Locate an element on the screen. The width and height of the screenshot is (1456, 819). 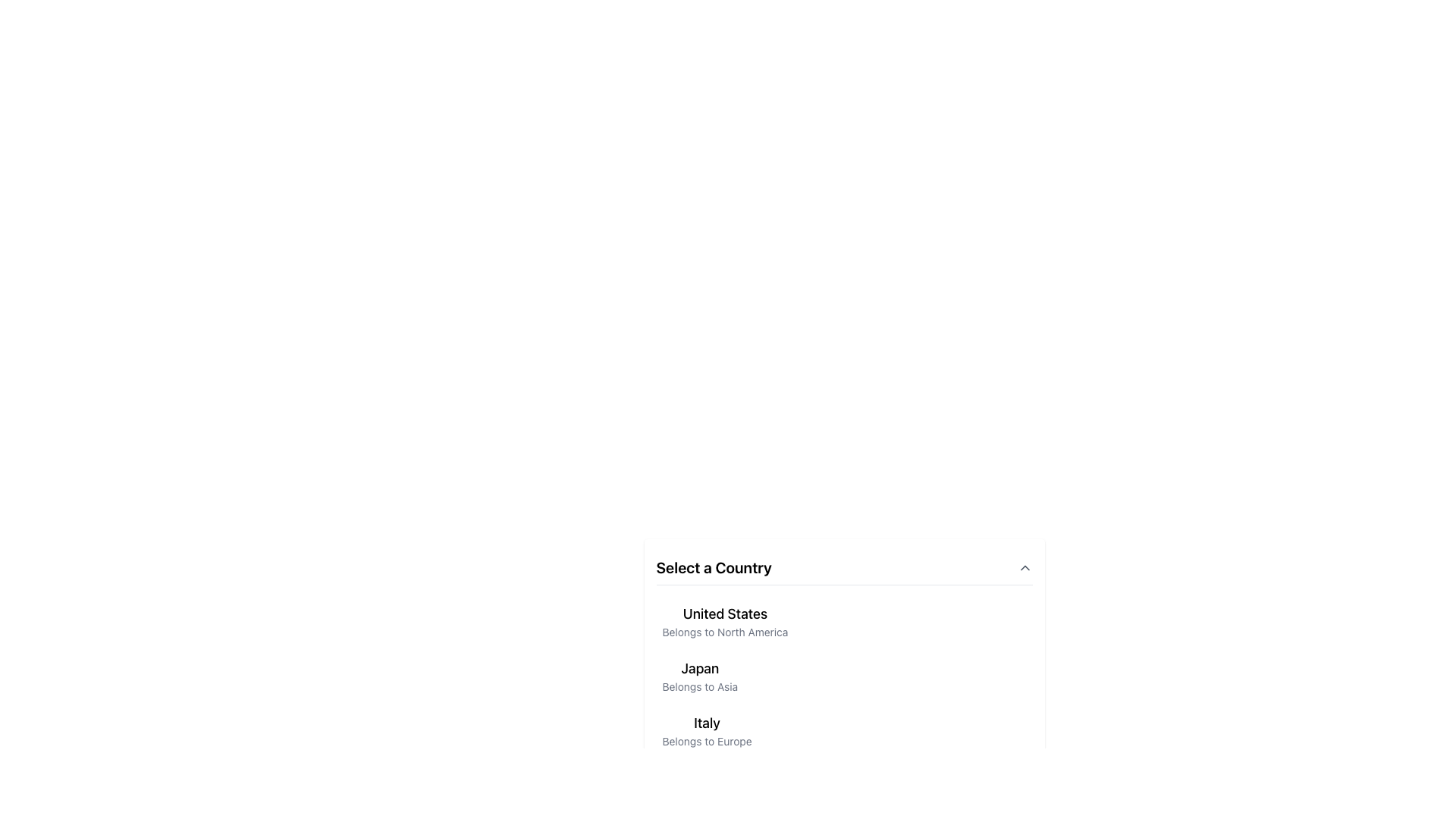
the second item in the dropdown menu labeled 'Select a Country' is located at coordinates (843, 655).